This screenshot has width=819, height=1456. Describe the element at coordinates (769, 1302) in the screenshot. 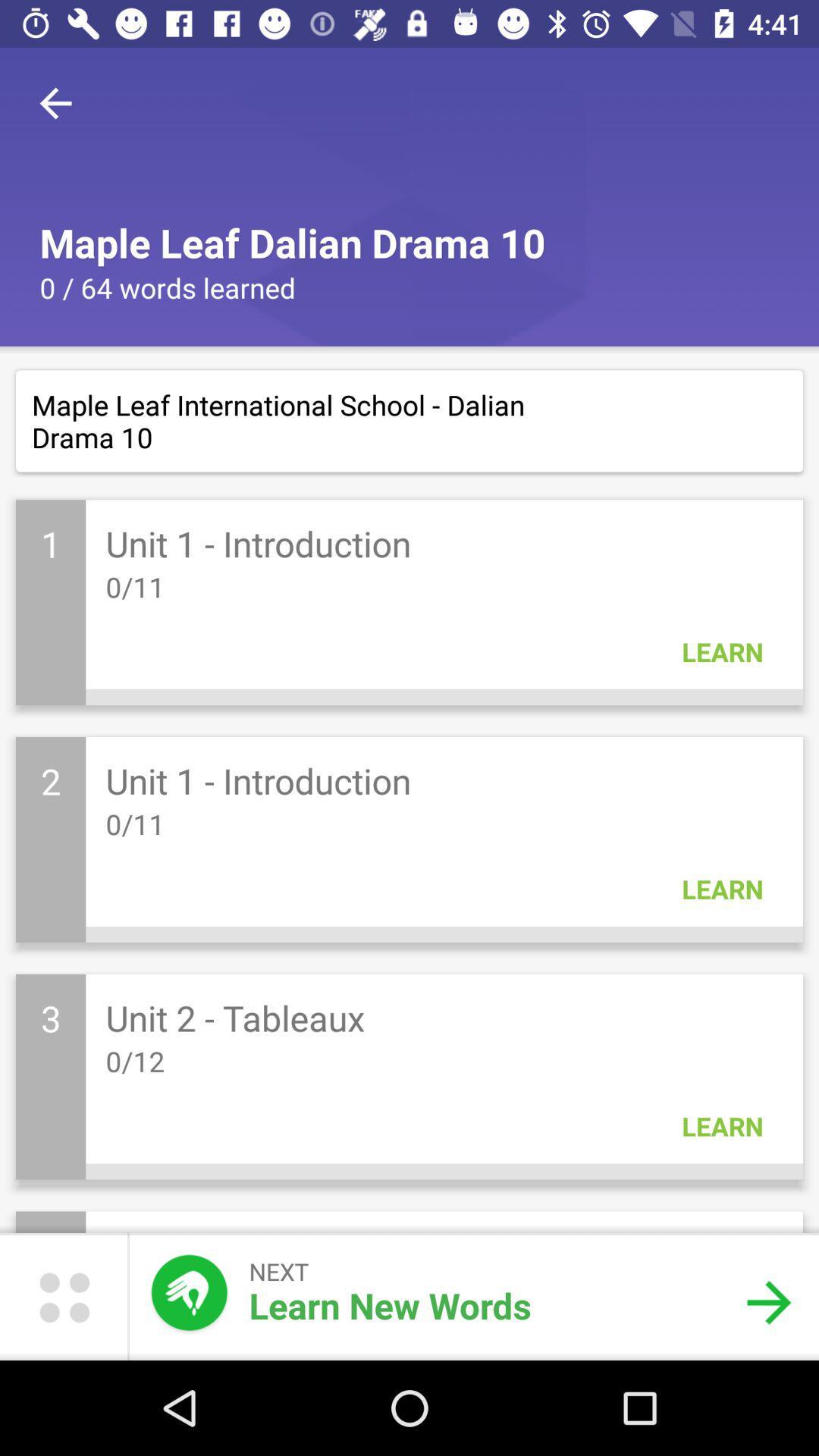

I see `the next button` at that location.